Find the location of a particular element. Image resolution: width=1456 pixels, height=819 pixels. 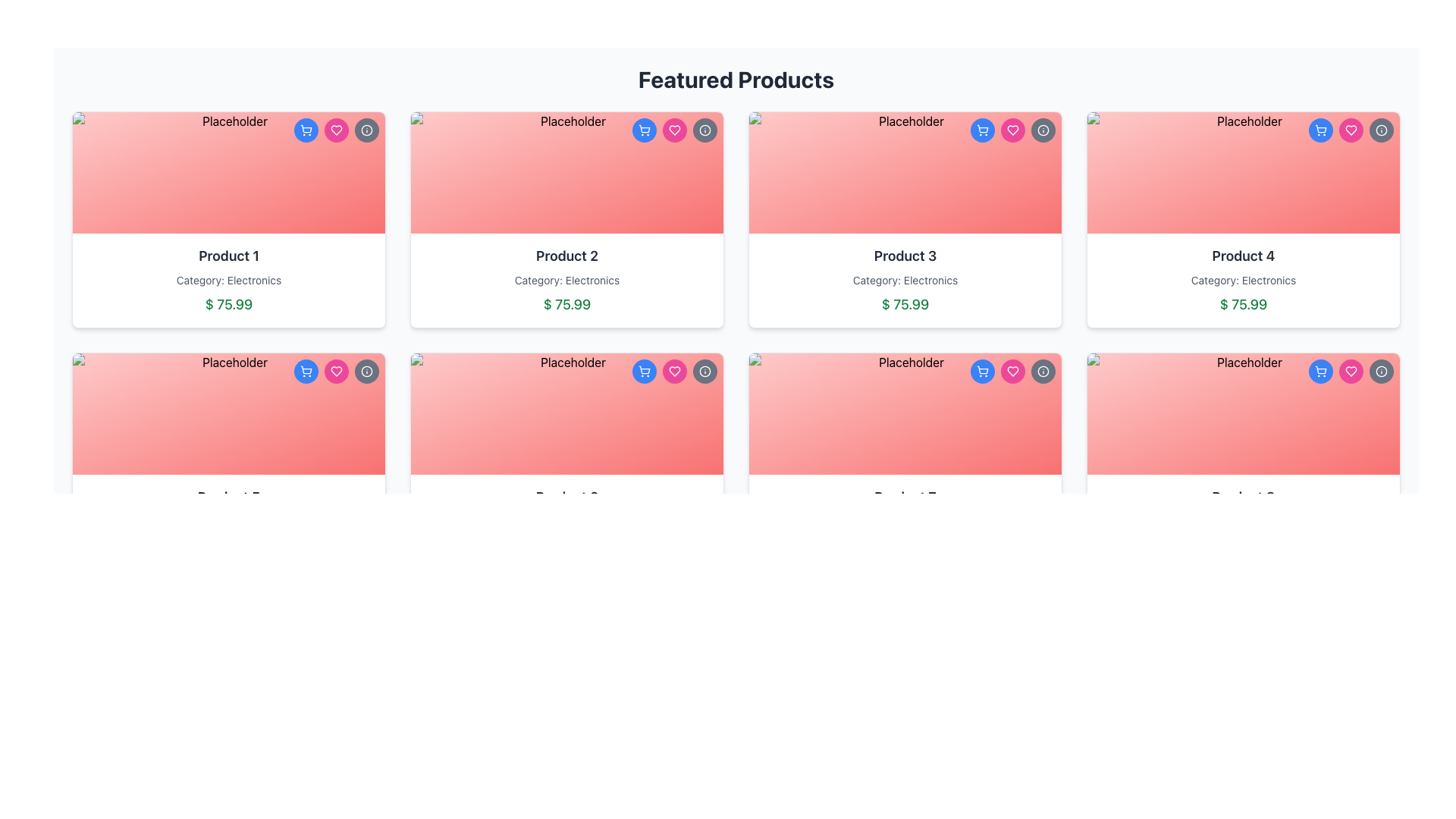

the 'Add to Cart' button located at the top-right corner of the 'Product 1' card to trigger tooltips or visual highlights is located at coordinates (305, 130).